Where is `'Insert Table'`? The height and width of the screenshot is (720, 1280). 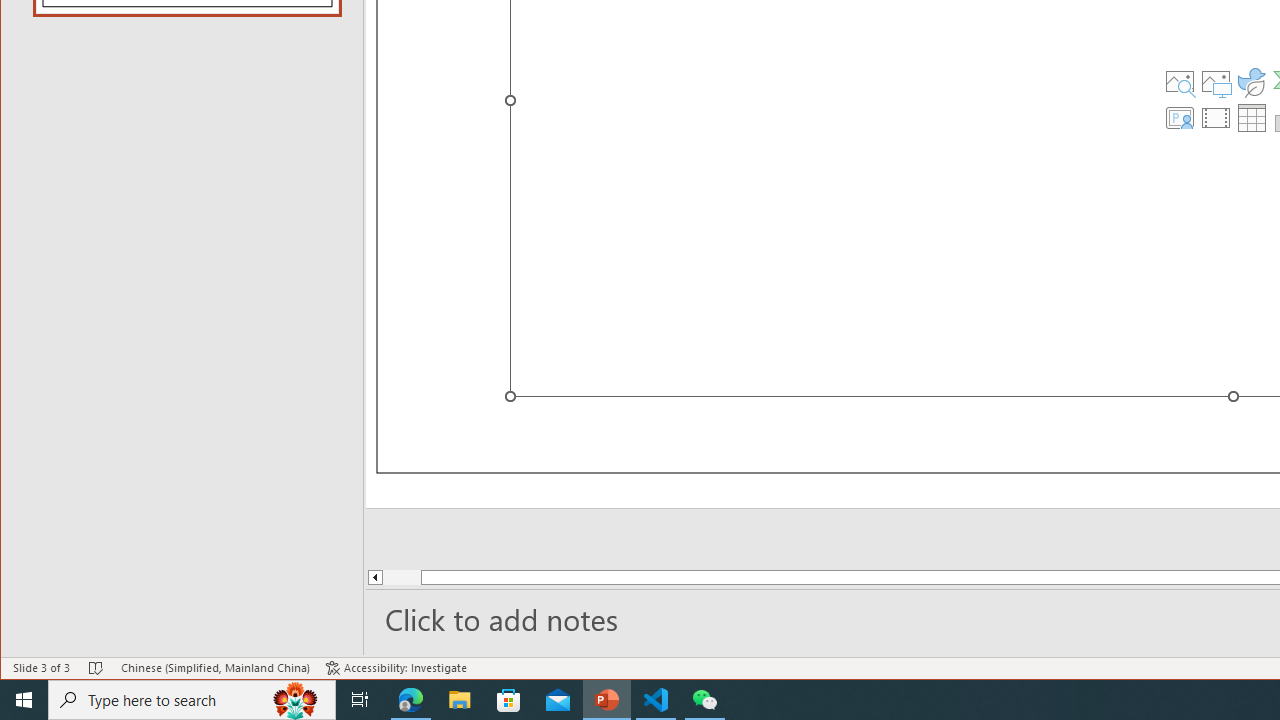
'Insert Table' is located at coordinates (1251, 118).